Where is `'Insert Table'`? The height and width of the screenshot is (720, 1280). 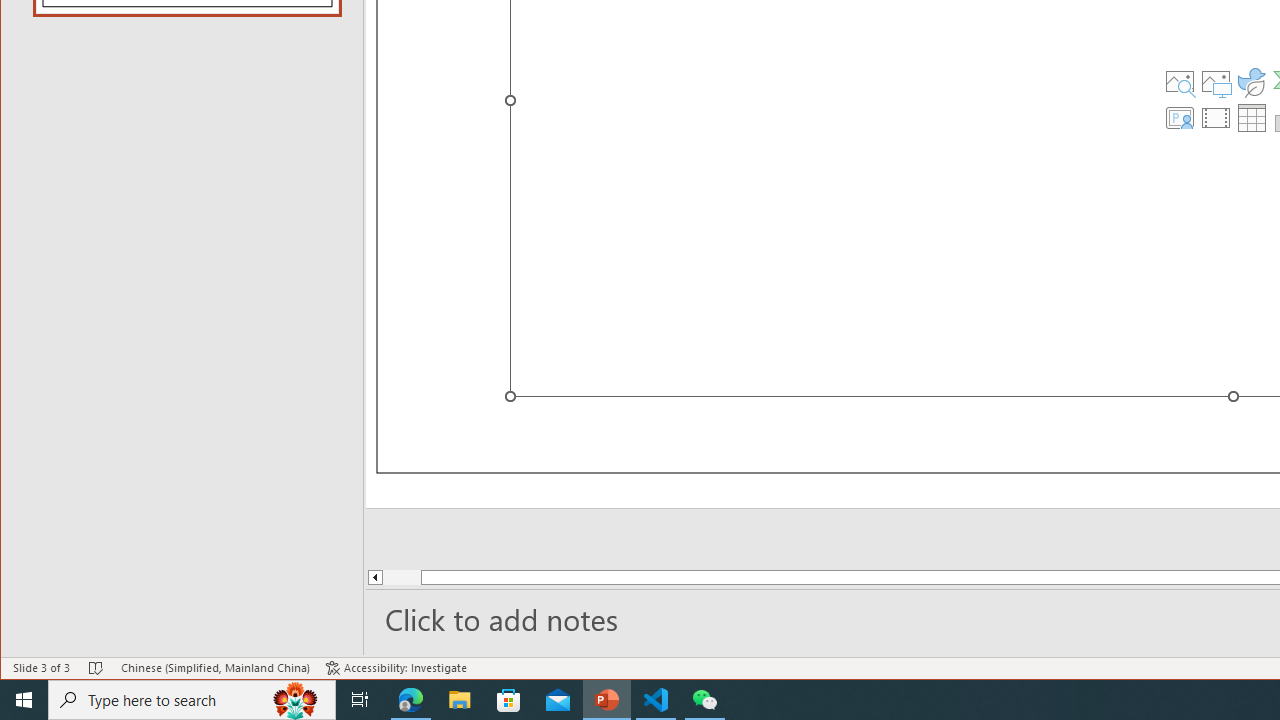
'Insert Table' is located at coordinates (1251, 118).